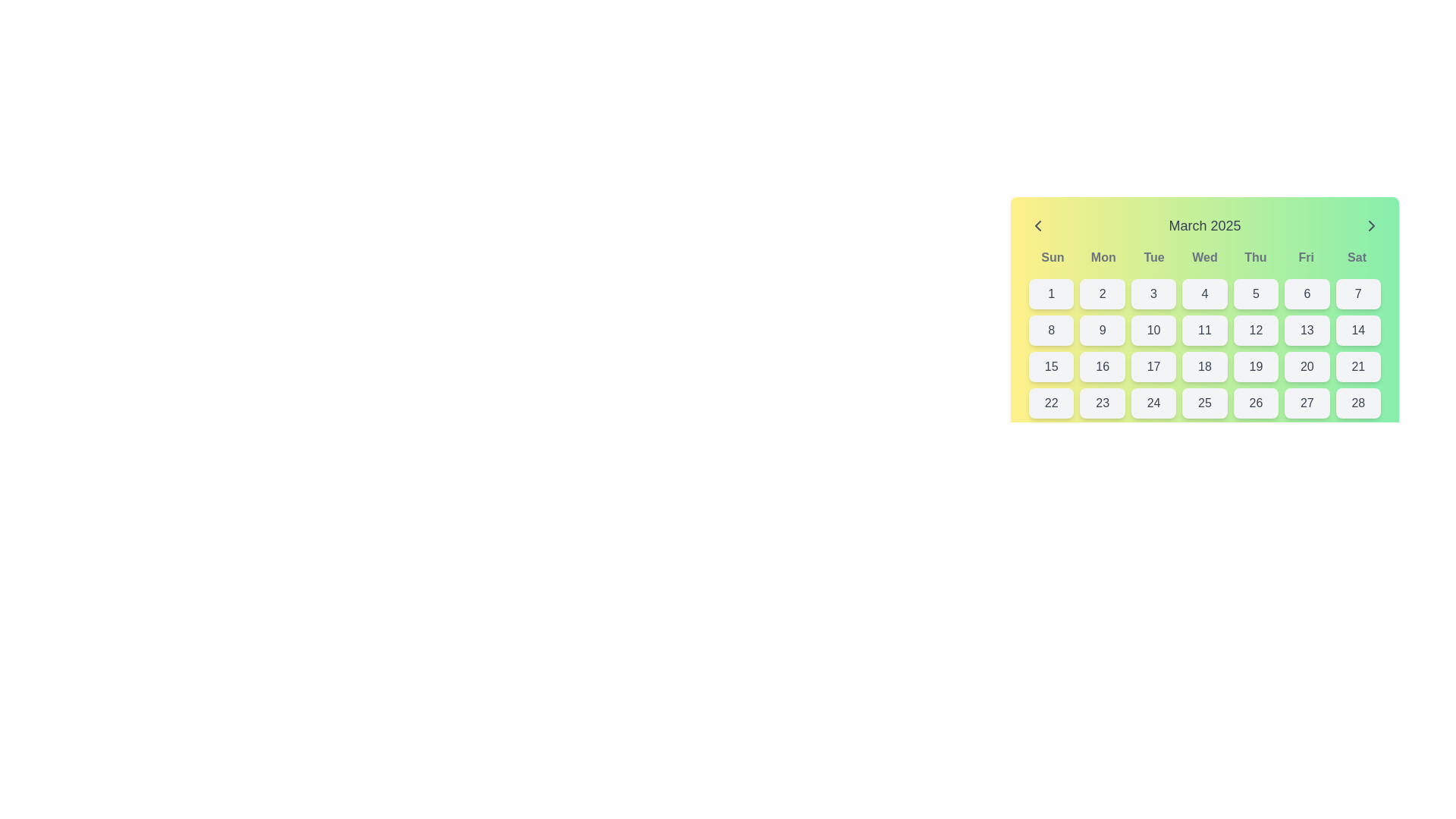  I want to click on the button displaying the numeral '17' in bold, dark grey font, located in the third row and third column of the calendar view, so click(1153, 366).